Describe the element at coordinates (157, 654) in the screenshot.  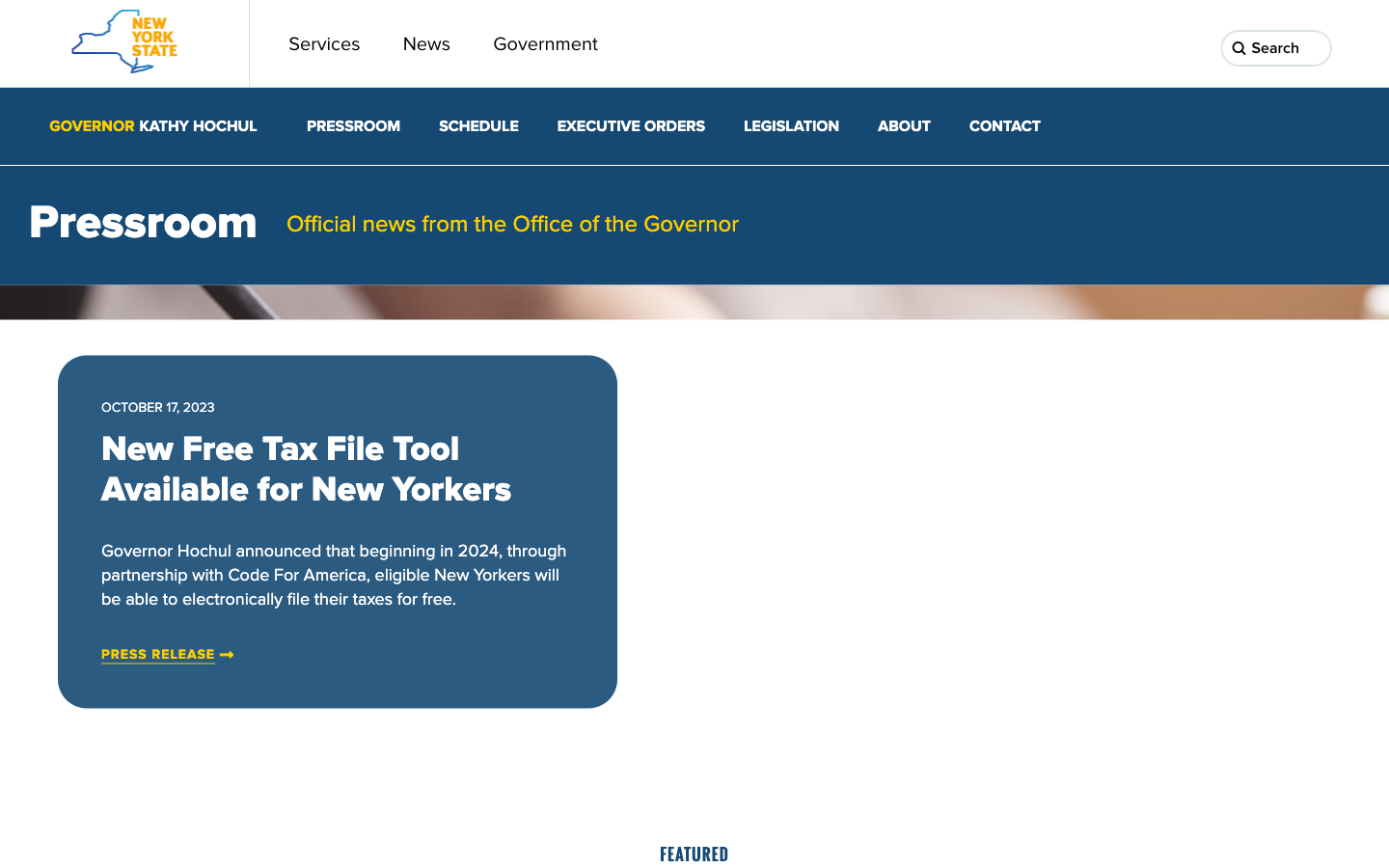
I see `the news section and open the announcement about the new tax file tool` at that location.